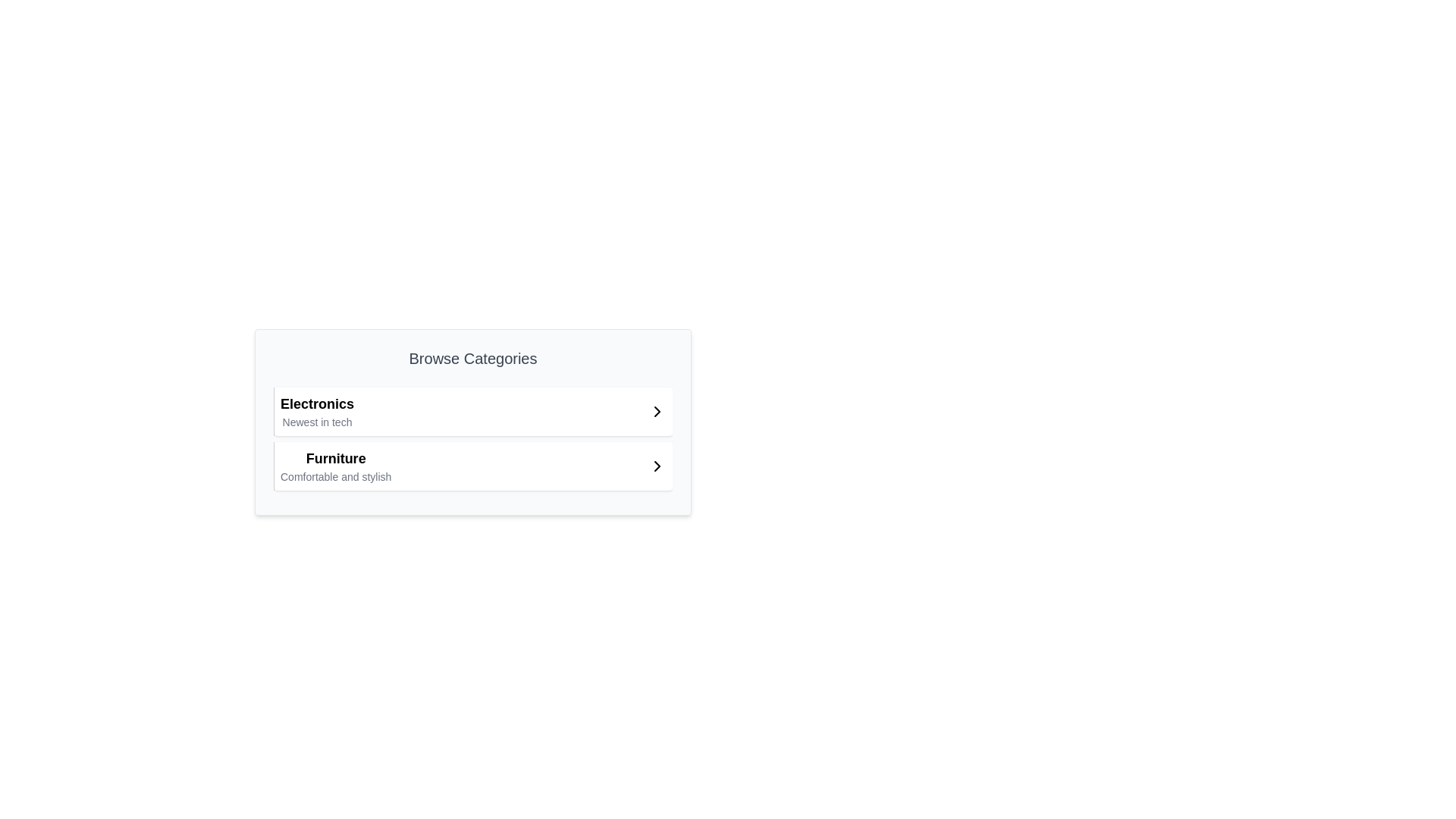 The width and height of the screenshot is (1456, 819). I want to click on the right-pointing chevron icon in the 'Browse Categories' section next to the 'Electronics' category, so click(657, 412).